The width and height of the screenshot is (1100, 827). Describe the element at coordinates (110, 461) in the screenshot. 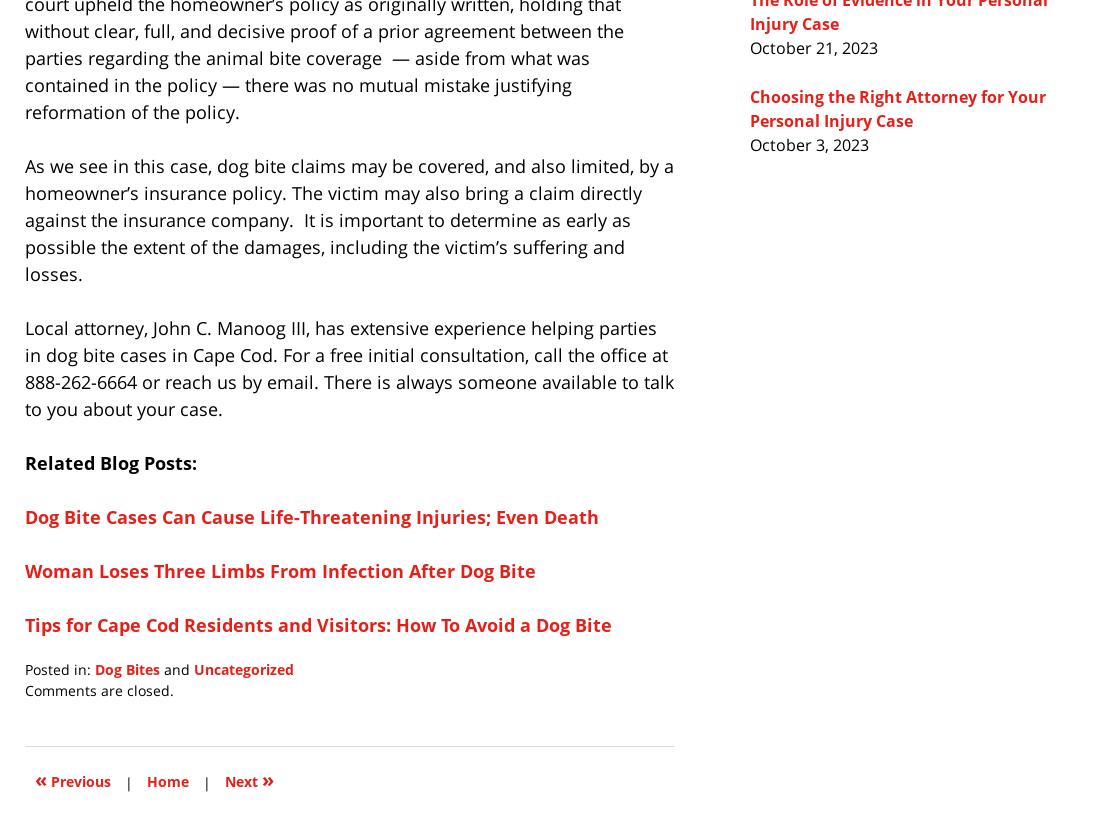

I see `'Related Blog Posts:'` at that location.